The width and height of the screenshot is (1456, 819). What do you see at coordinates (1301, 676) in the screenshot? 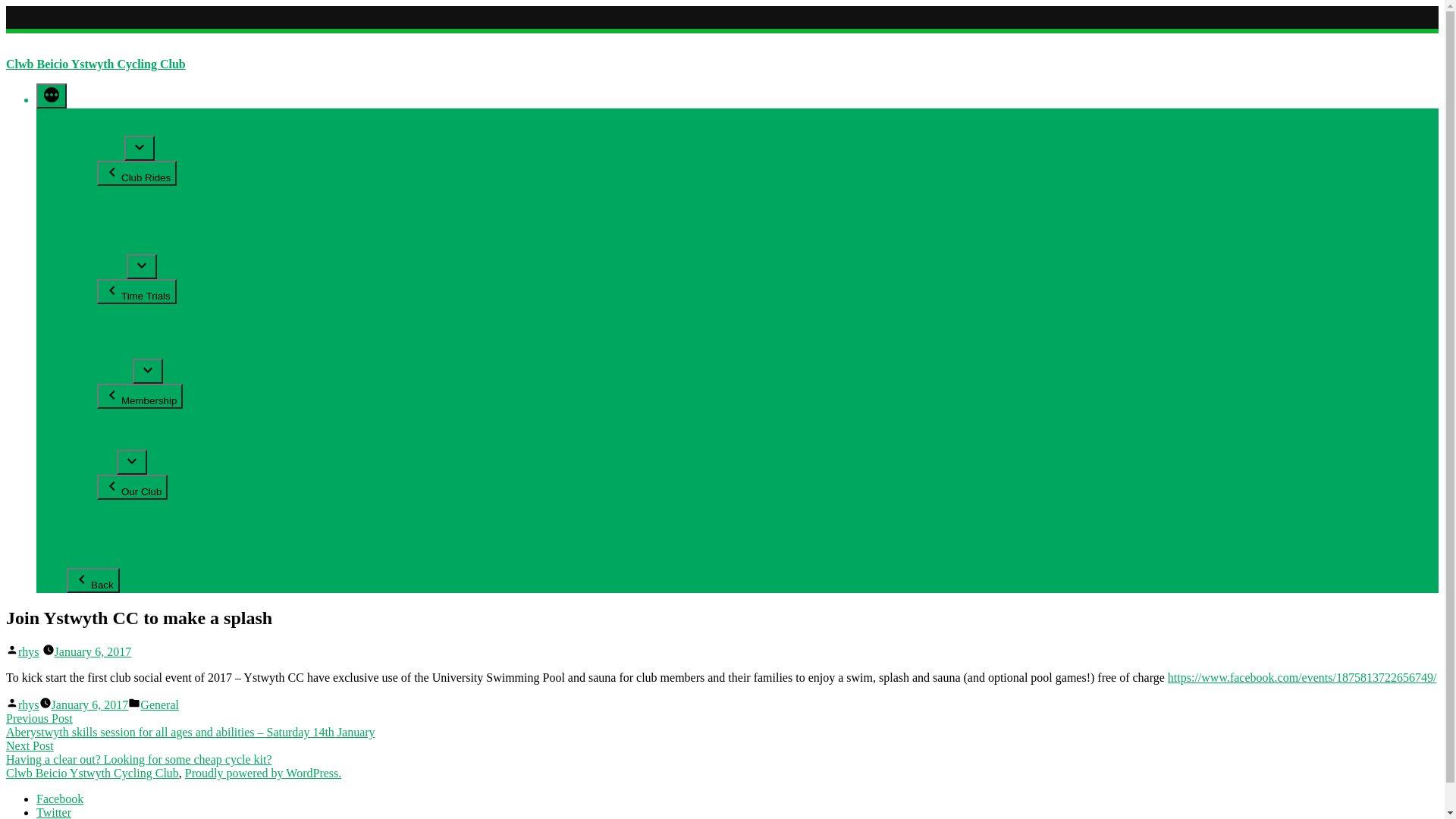
I see `'https://www.facebook.com/events/1875813722656749/'` at bounding box center [1301, 676].